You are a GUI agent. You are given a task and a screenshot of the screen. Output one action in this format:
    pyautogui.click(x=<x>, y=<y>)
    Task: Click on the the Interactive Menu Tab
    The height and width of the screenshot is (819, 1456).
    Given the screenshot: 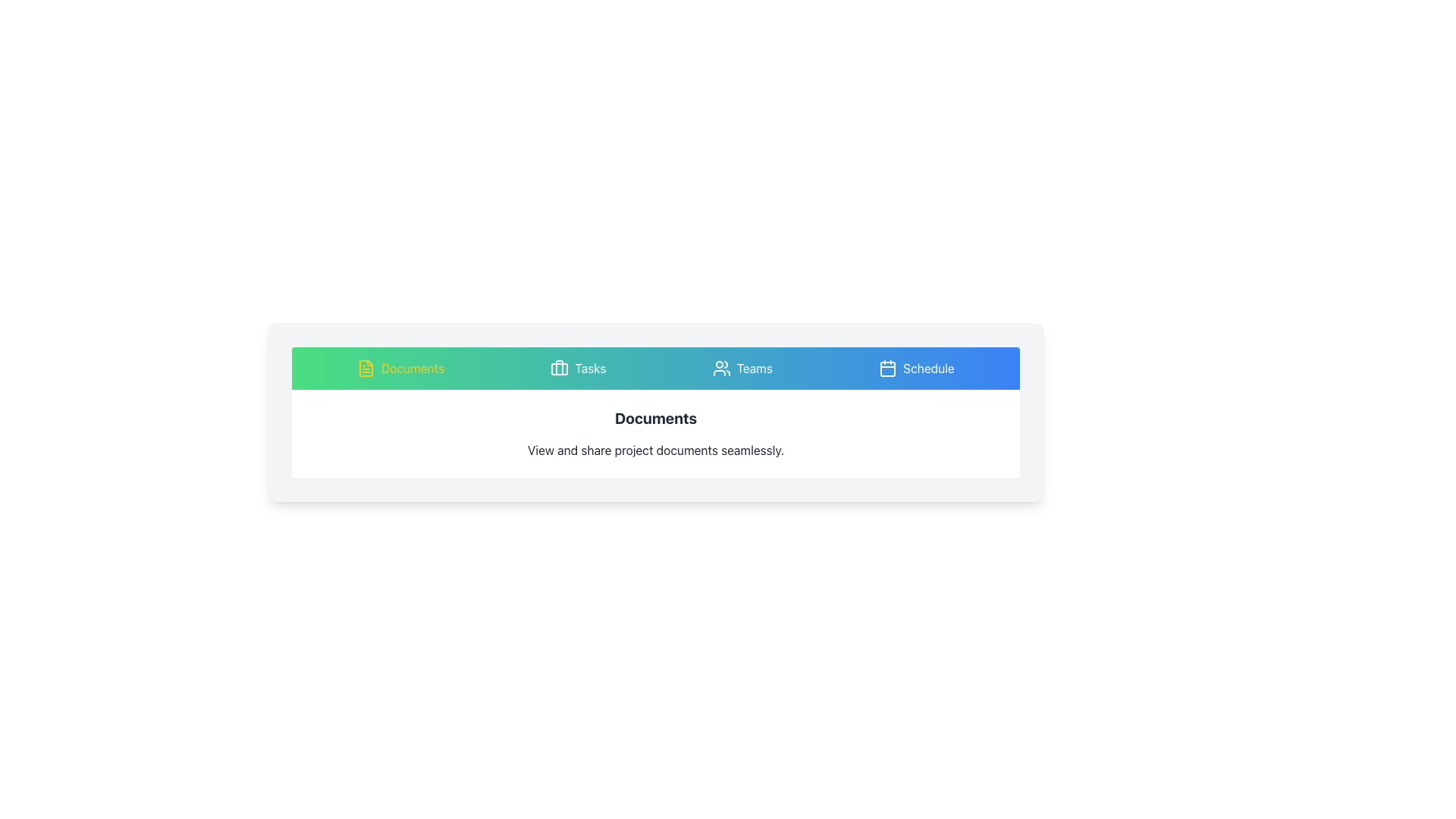 What is the action you would take?
    pyautogui.click(x=400, y=369)
    